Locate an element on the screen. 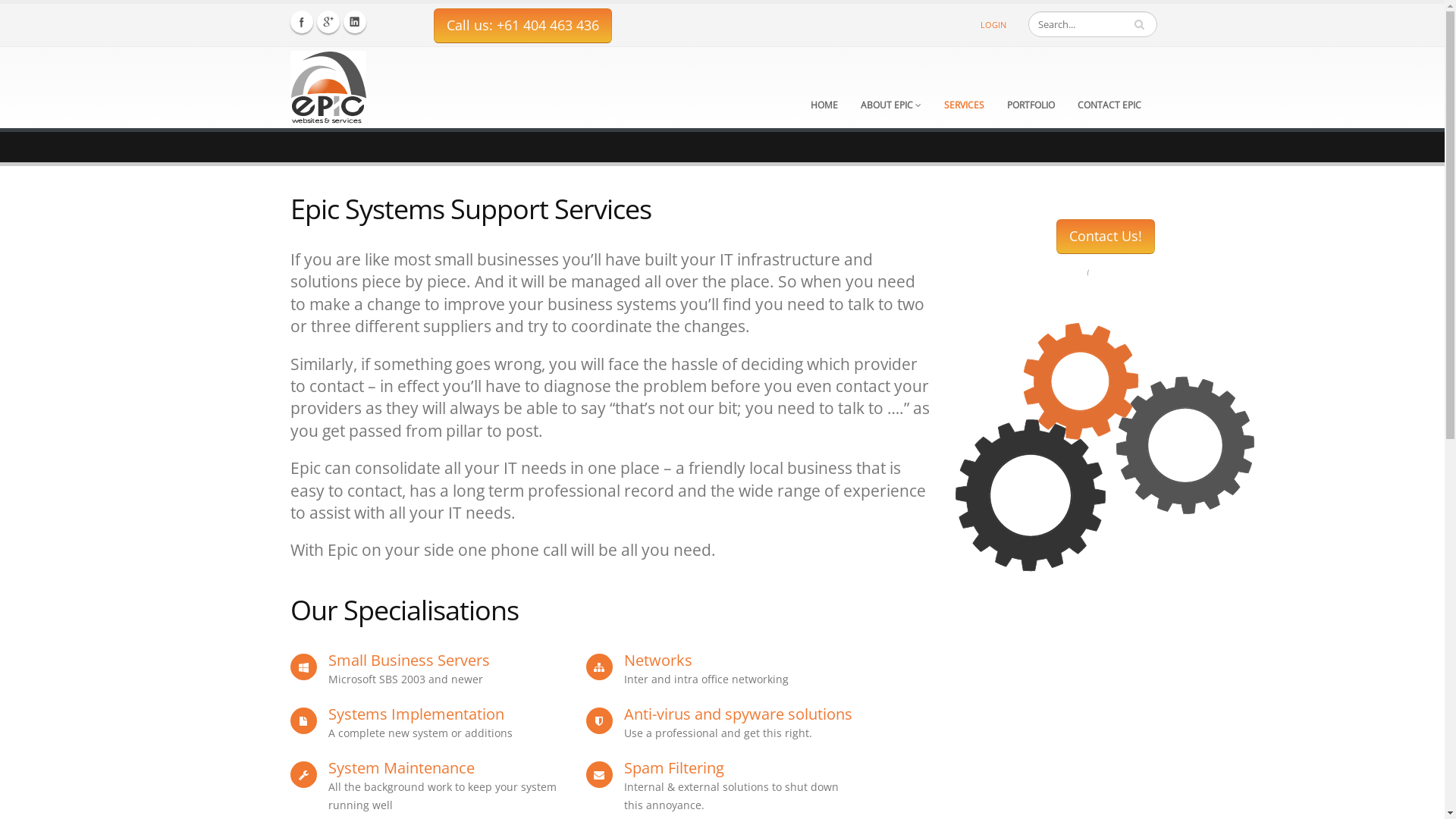 This screenshot has height=819, width=1456. 'LOGIN' is located at coordinates (993, 25).